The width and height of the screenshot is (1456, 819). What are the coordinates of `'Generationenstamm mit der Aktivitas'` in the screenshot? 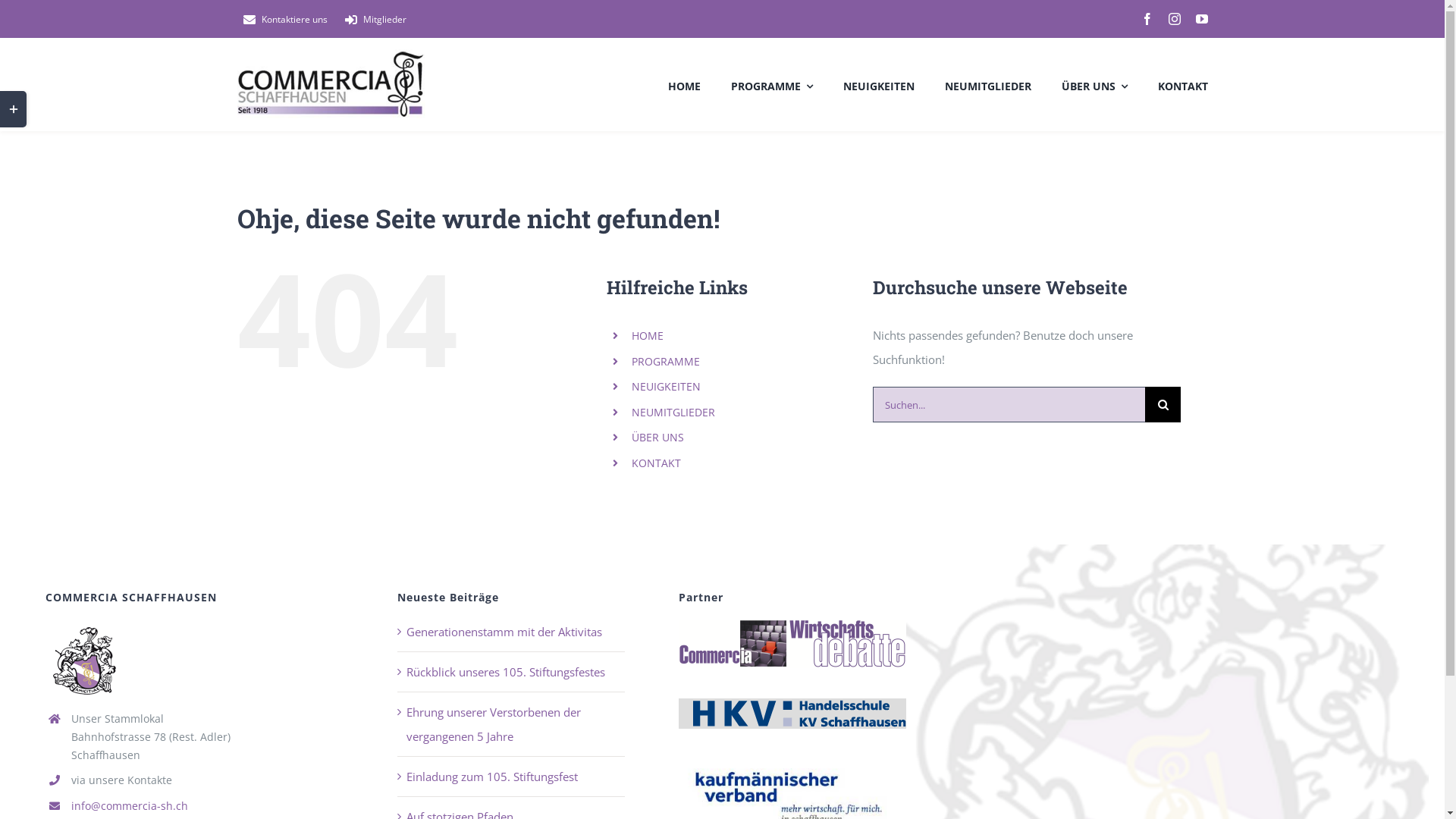 It's located at (504, 632).